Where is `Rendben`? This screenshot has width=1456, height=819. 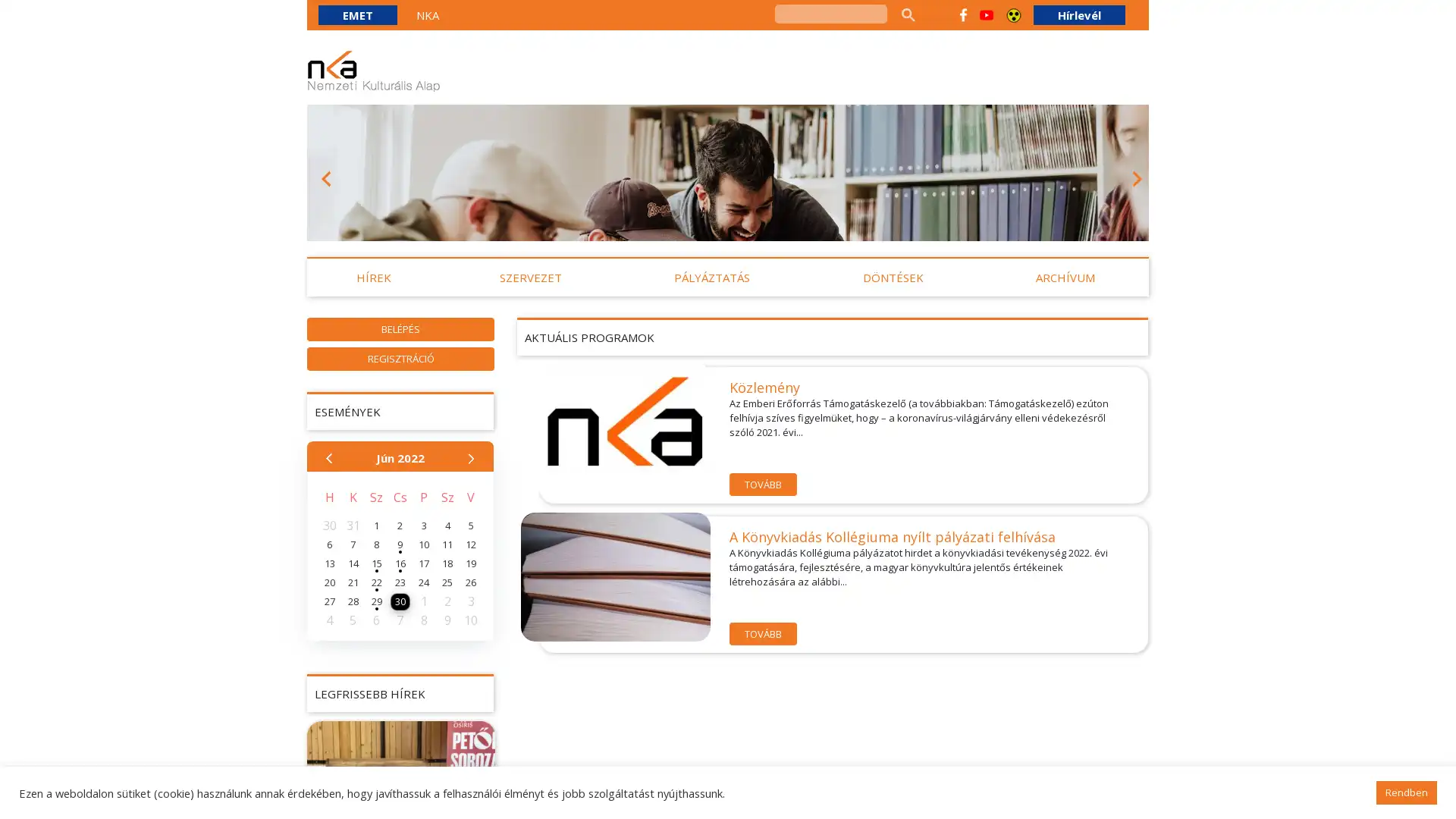 Rendben is located at coordinates (1405, 792).